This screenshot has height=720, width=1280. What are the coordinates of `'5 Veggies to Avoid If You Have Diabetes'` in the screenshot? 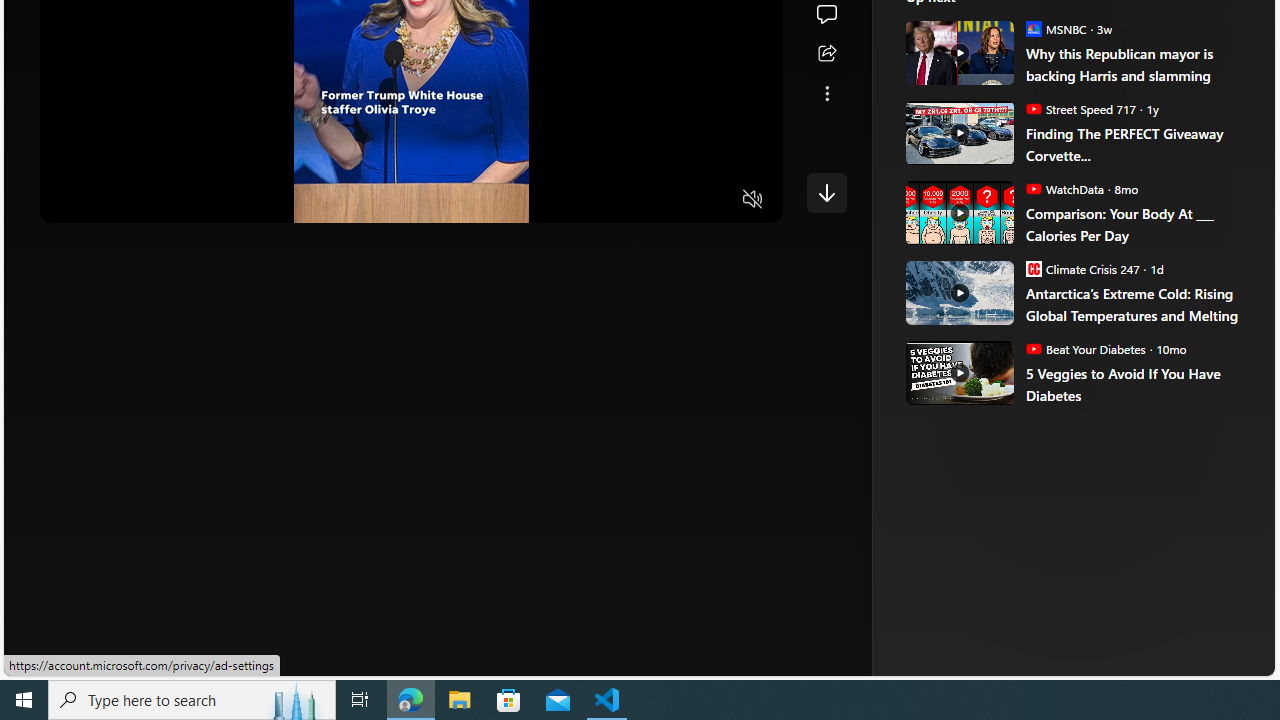 It's located at (1136, 384).